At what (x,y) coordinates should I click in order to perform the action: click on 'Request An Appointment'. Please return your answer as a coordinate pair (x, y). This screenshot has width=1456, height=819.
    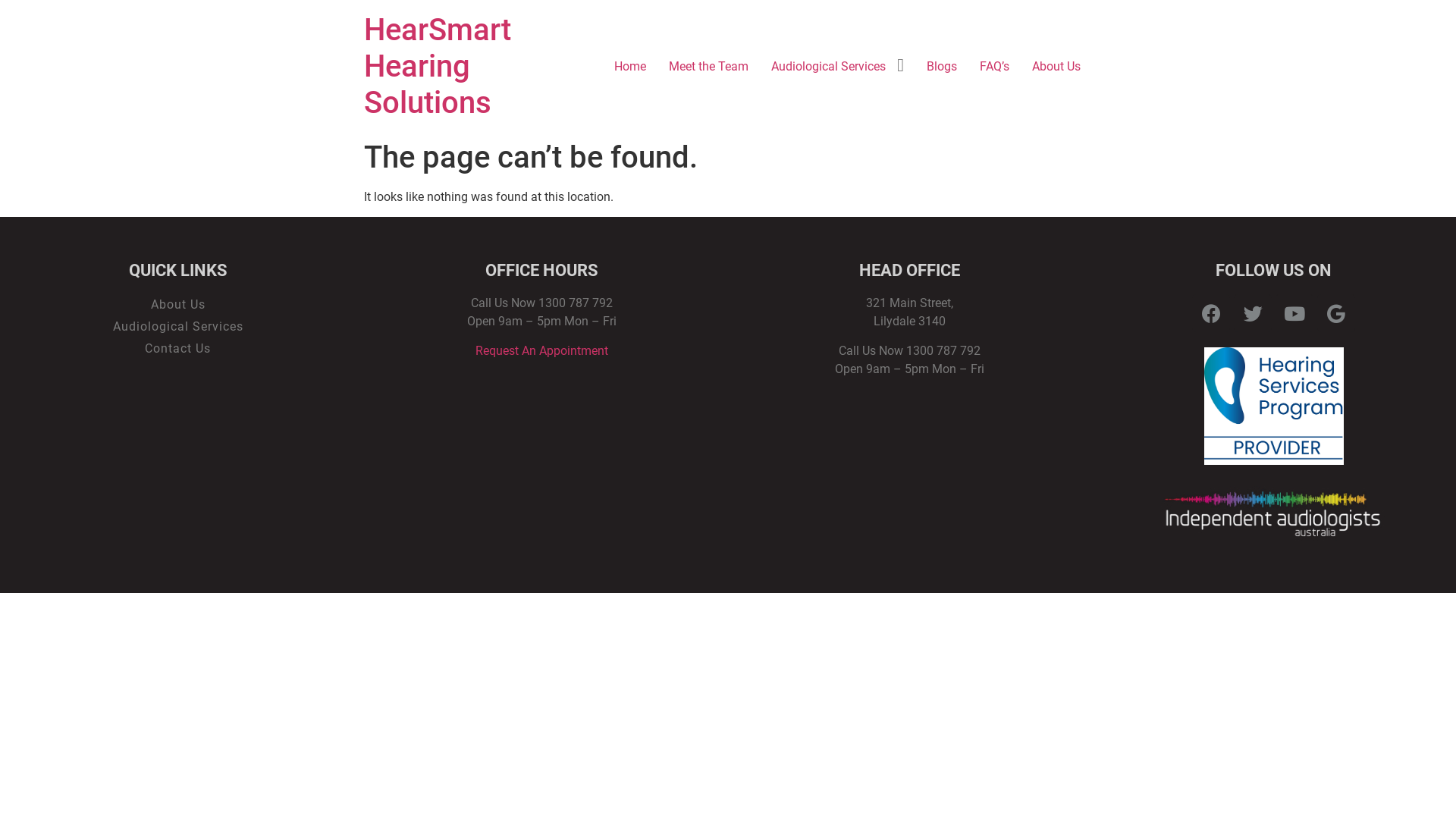
    Looking at the image, I should click on (541, 350).